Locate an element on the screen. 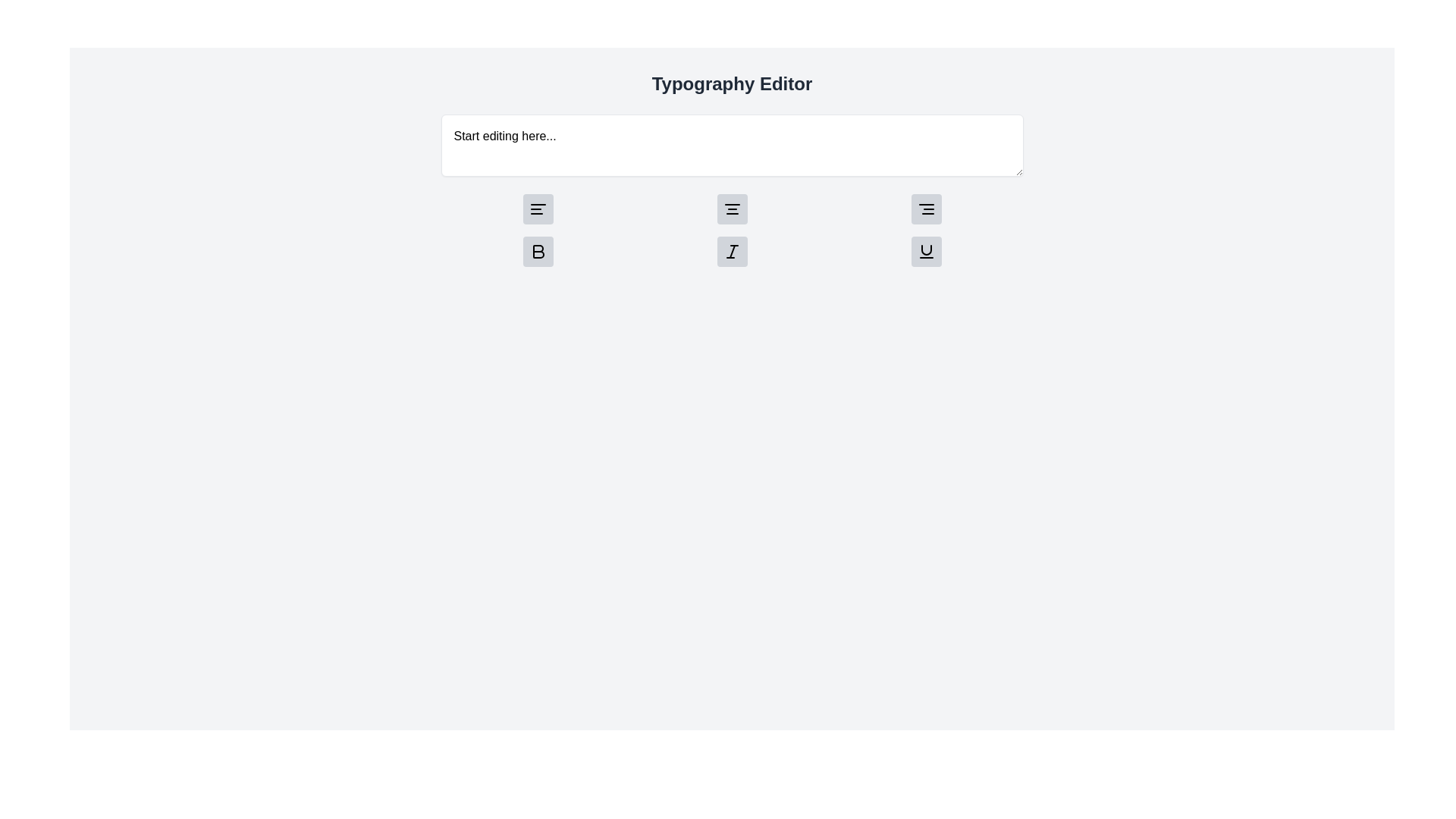 This screenshot has width=1456, height=819. the gray button with rounded corners that contains a centered icon for text alignment to the center, located below the text input field 'Start editing here...' and above formatting options is located at coordinates (732, 209).